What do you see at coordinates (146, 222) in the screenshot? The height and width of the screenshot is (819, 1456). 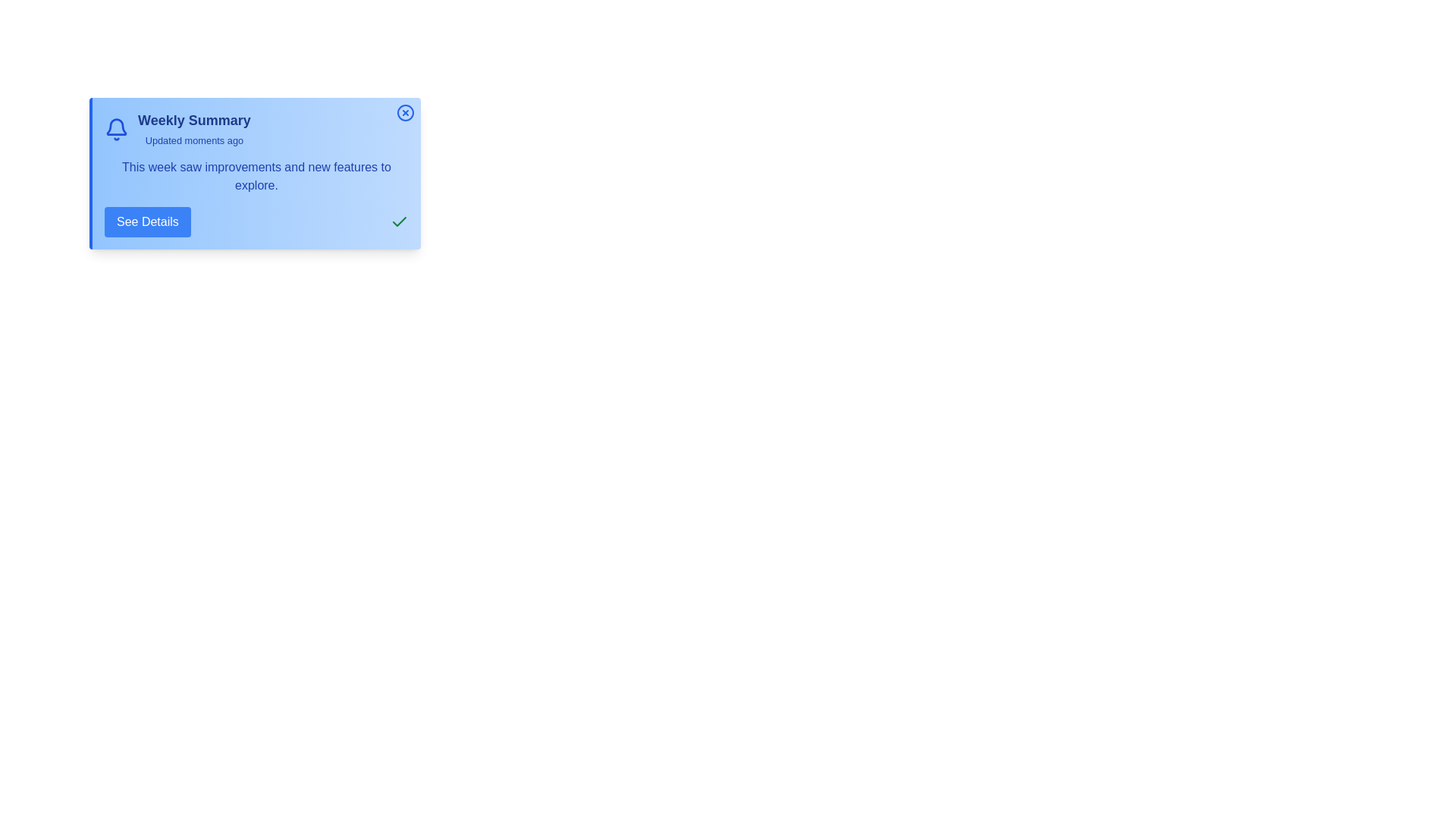 I see `the 'See Details' button to toggle the details section` at bounding box center [146, 222].